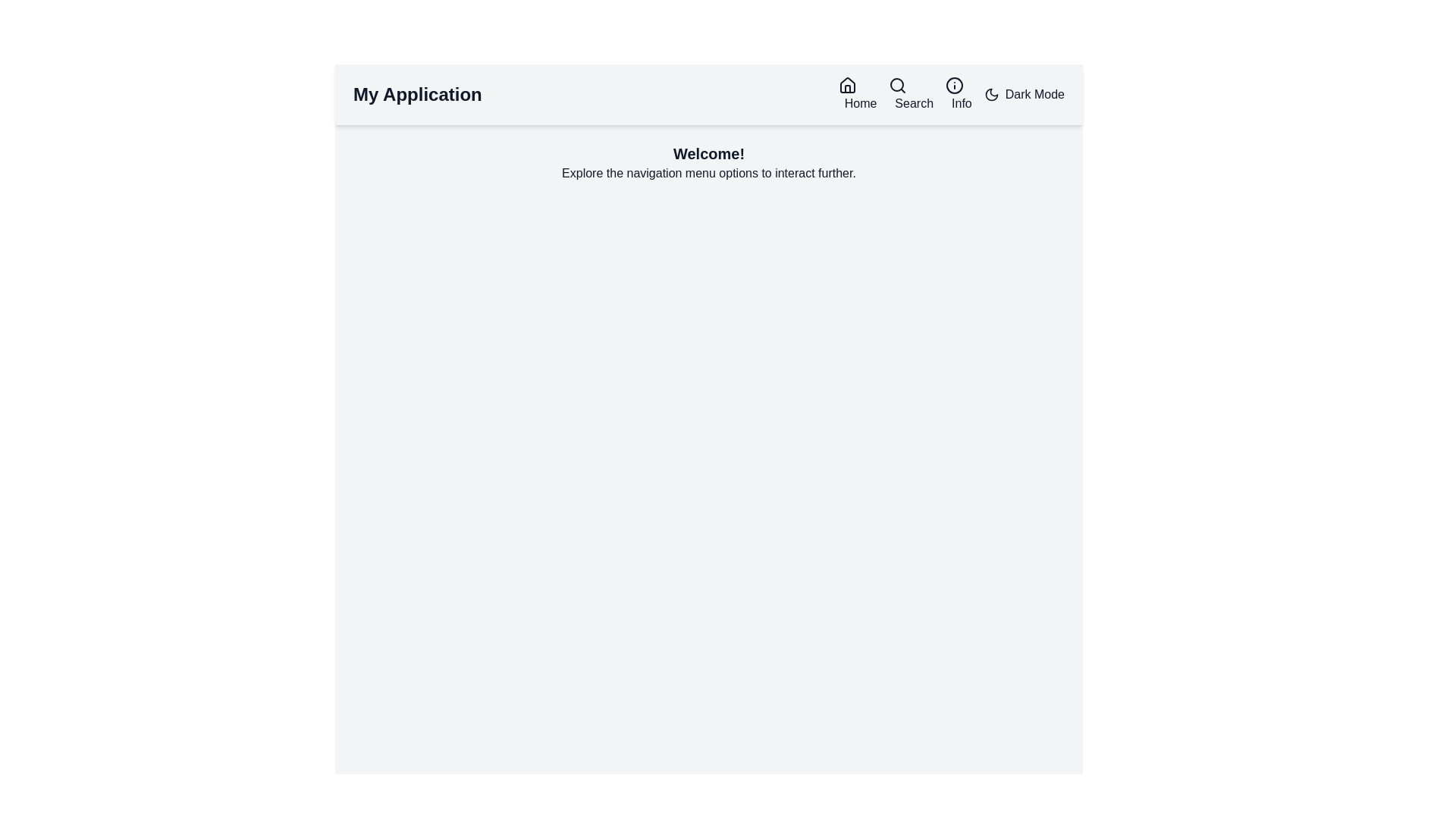  I want to click on the 'Search' text label located in the top-right section of the navigation menu, so click(913, 102).